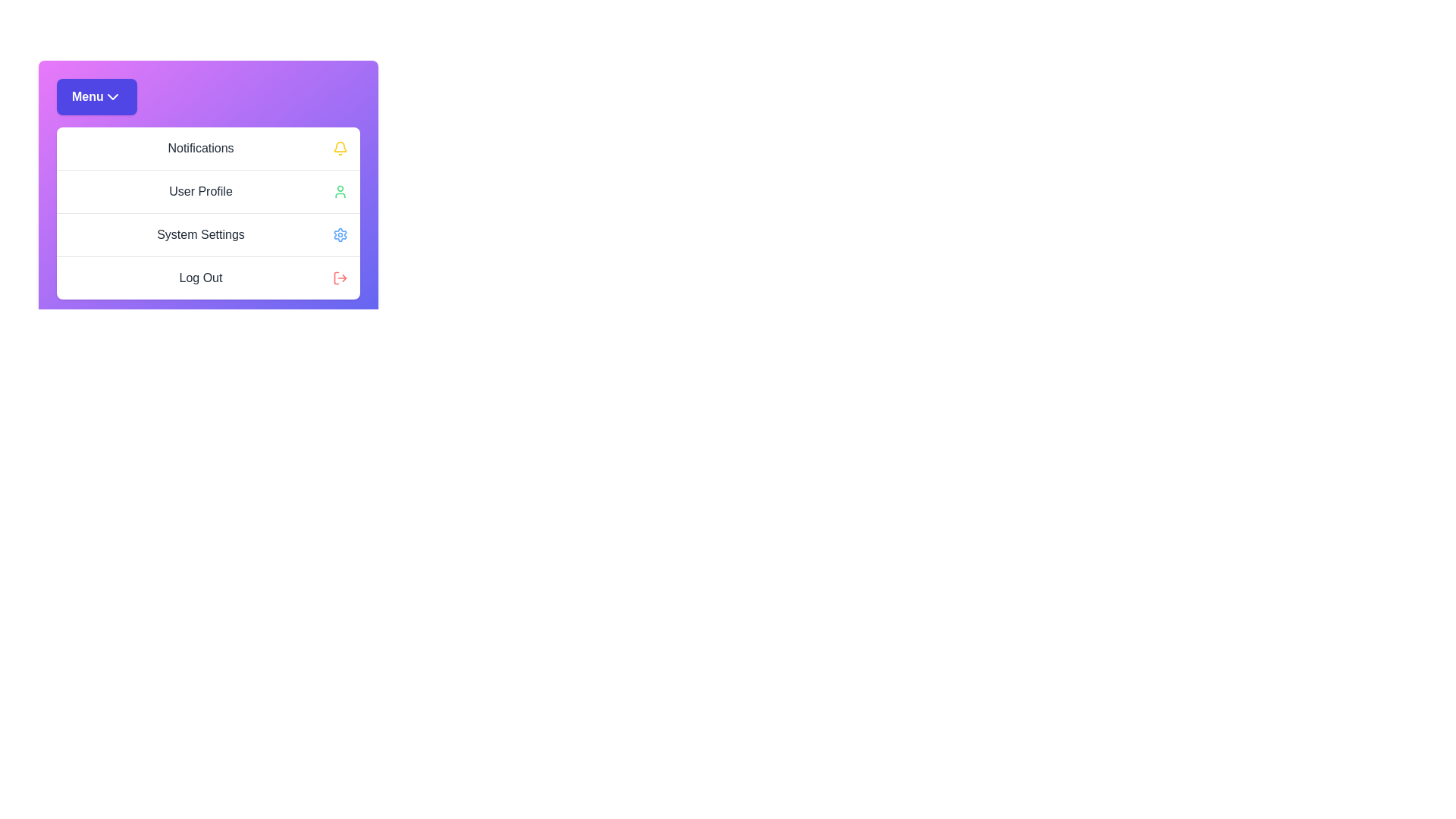 The image size is (1456, 819). I want to click on the icon corresponding to System Settings in the menu, so click(340, 234).